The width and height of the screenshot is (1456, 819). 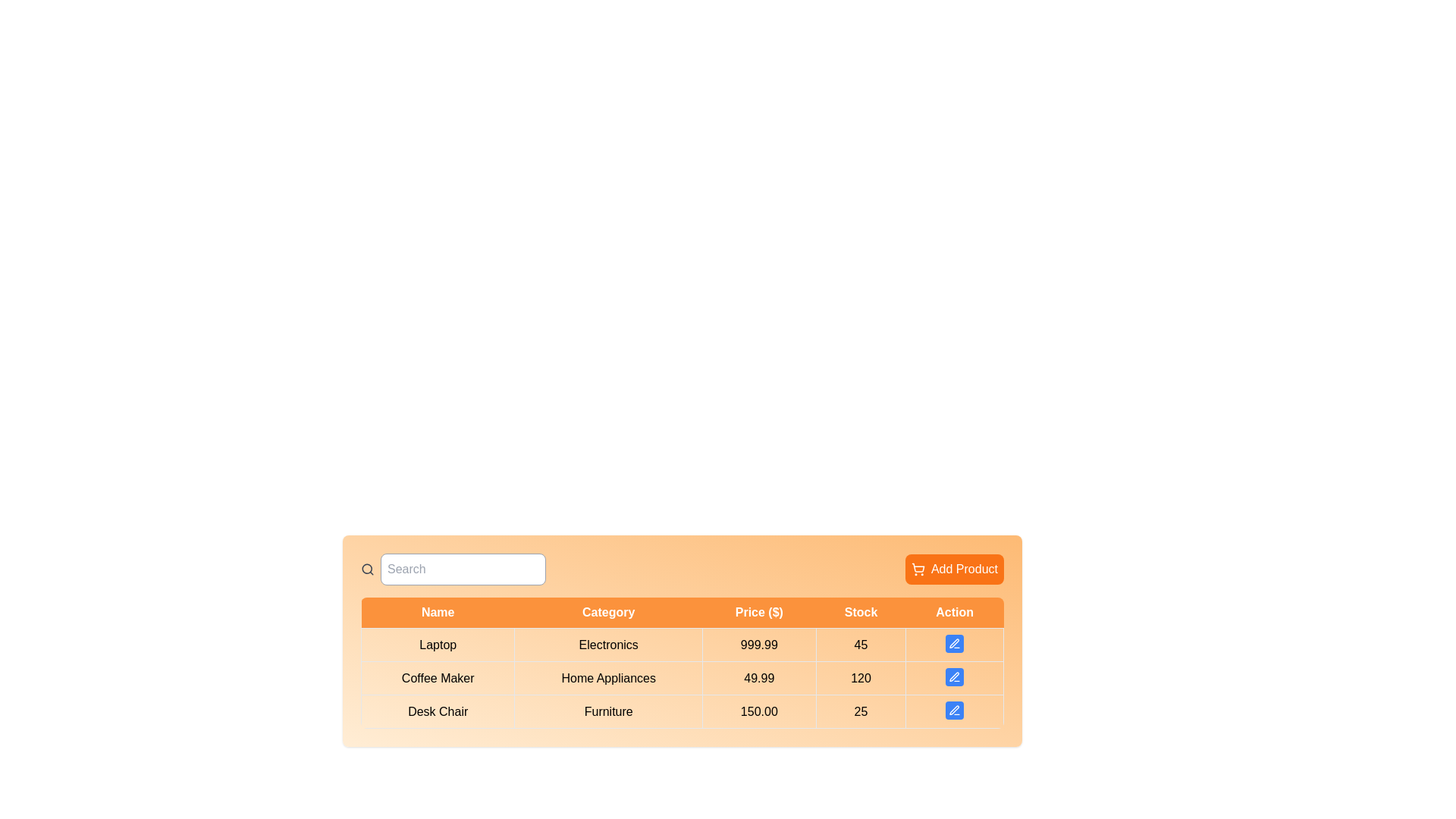 What do you see at coordinates (954, 612) in the screenshot?
I see `text label displaying 'Action' in white font over an orange background, located in the top-right corner of the table header row` at bounding box center [954, 612].